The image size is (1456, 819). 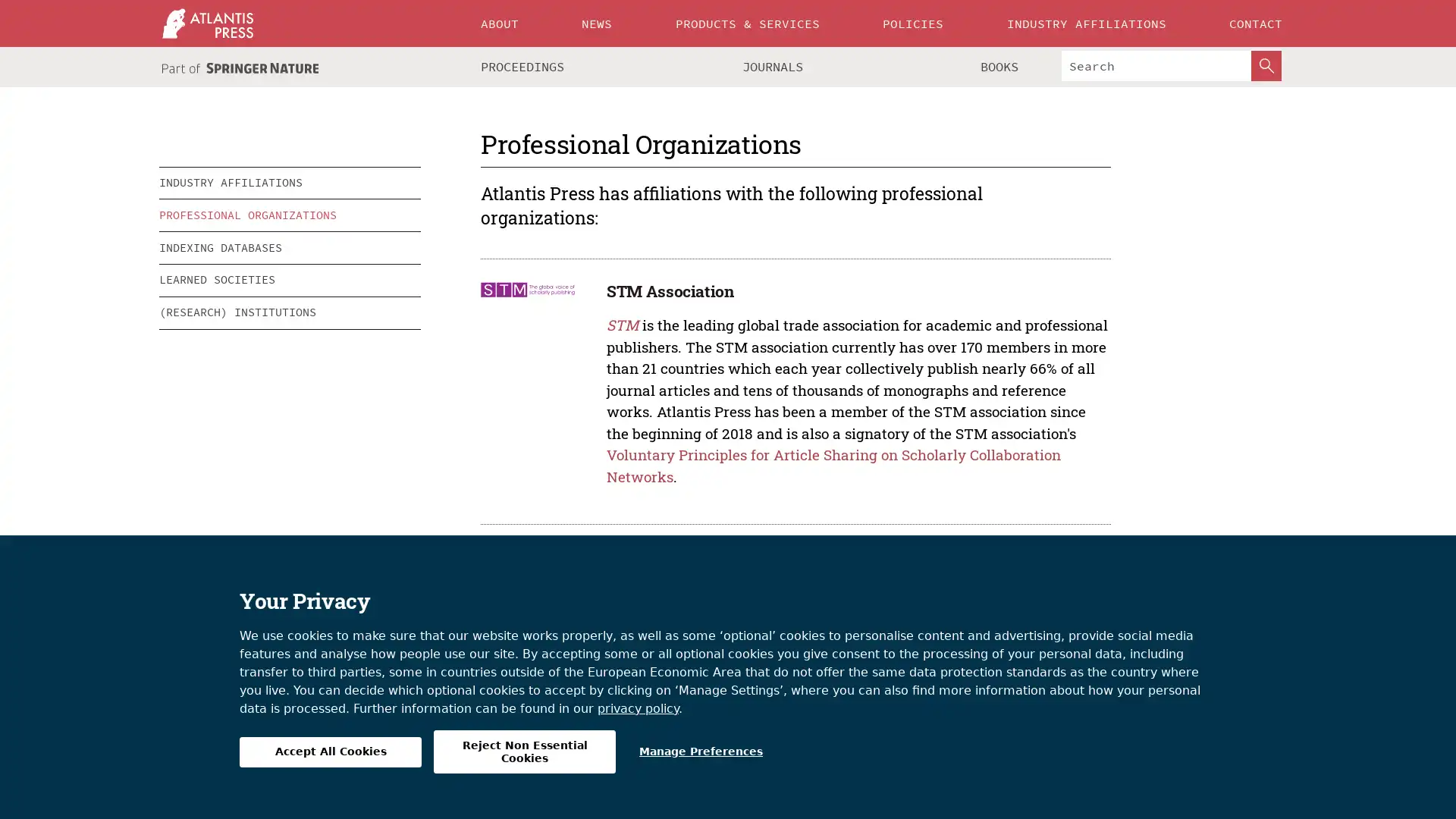 What do you see at coordinates (700, 752) in the screenshot?
I see `Manage Preferences` at bounding box center [700, 752].